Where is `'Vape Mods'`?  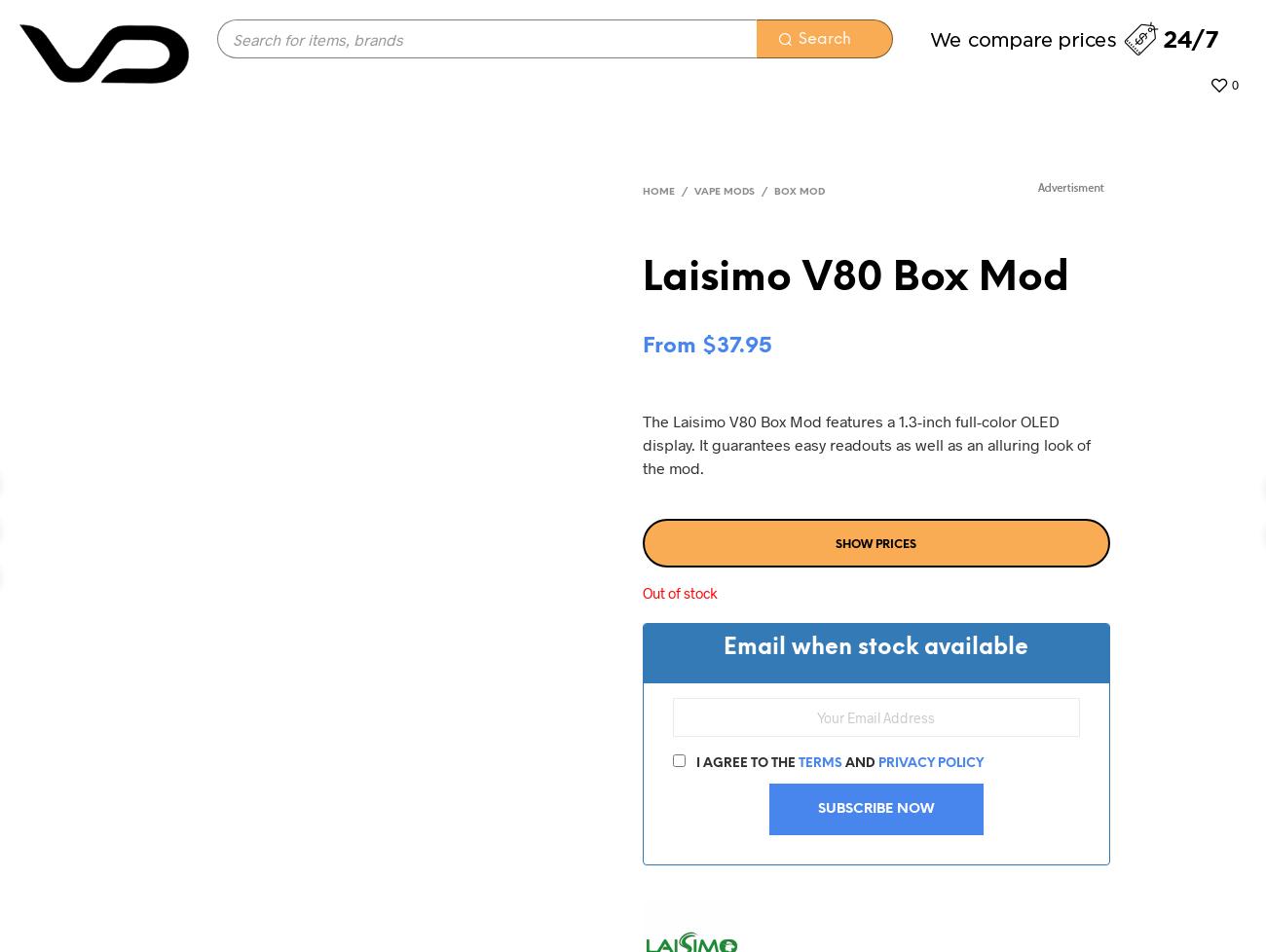 'Vape Mods' is located at coordinates (724, 192).